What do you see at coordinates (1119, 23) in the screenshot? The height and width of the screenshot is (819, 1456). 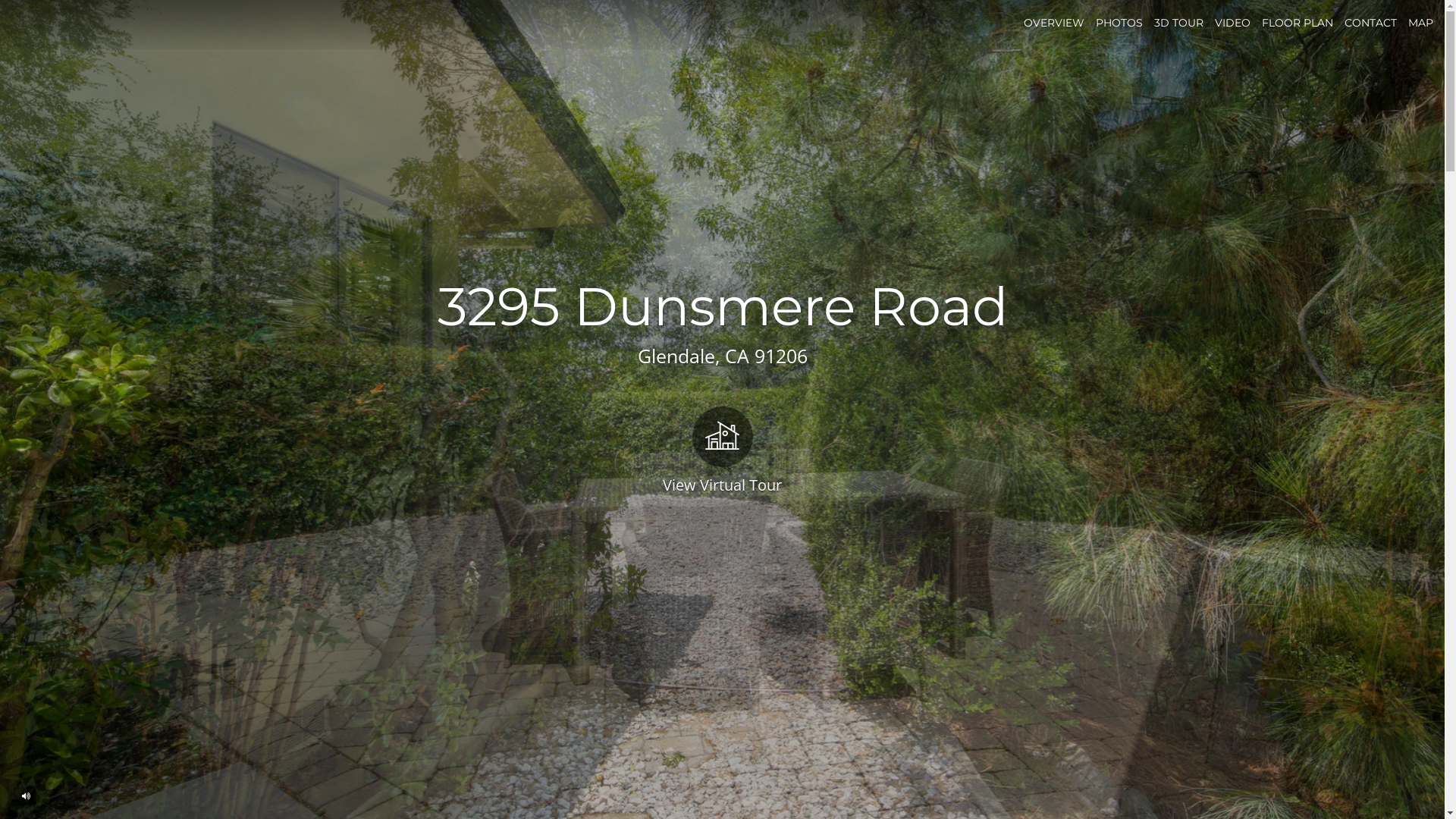 I see `'PHOTOS'` at bounding box center [1119, 23].